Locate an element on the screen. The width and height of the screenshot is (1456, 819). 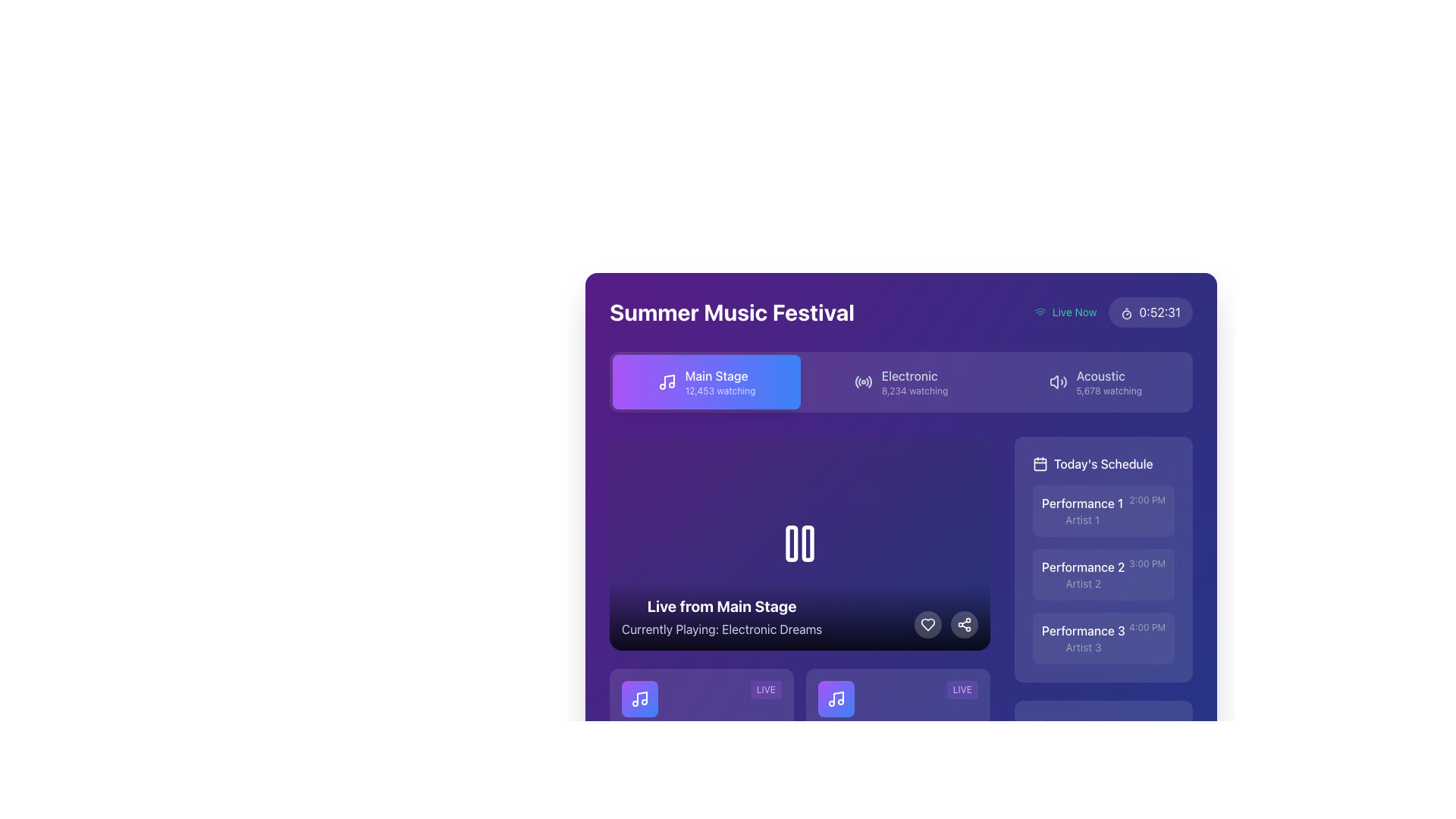
the static text label displaying the currently playing track, located below the 'Live from Main Stage' label in the black semi-transparent box is located at coordinates (721, 629).